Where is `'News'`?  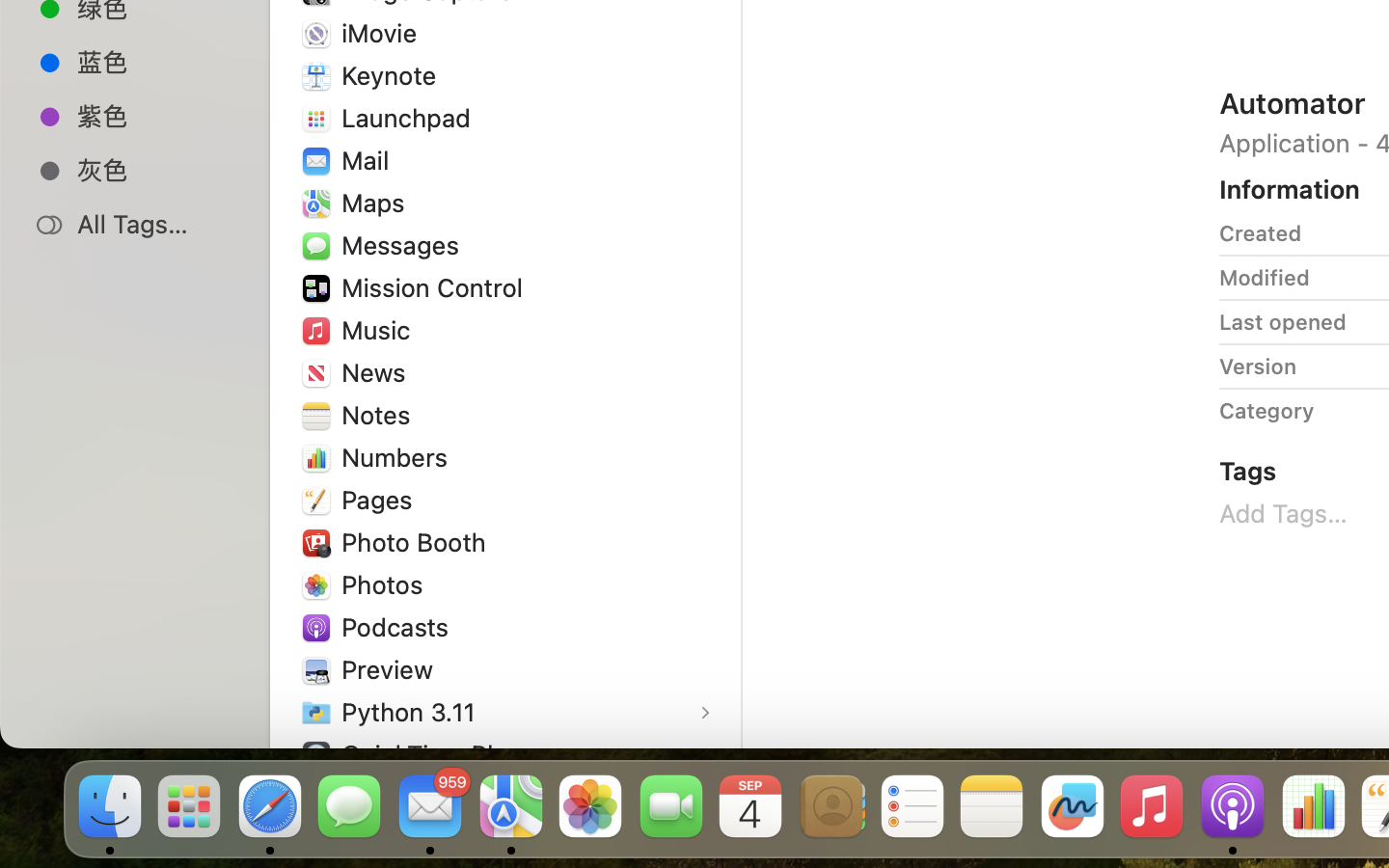
'News' is located at coordinates (376, 372).